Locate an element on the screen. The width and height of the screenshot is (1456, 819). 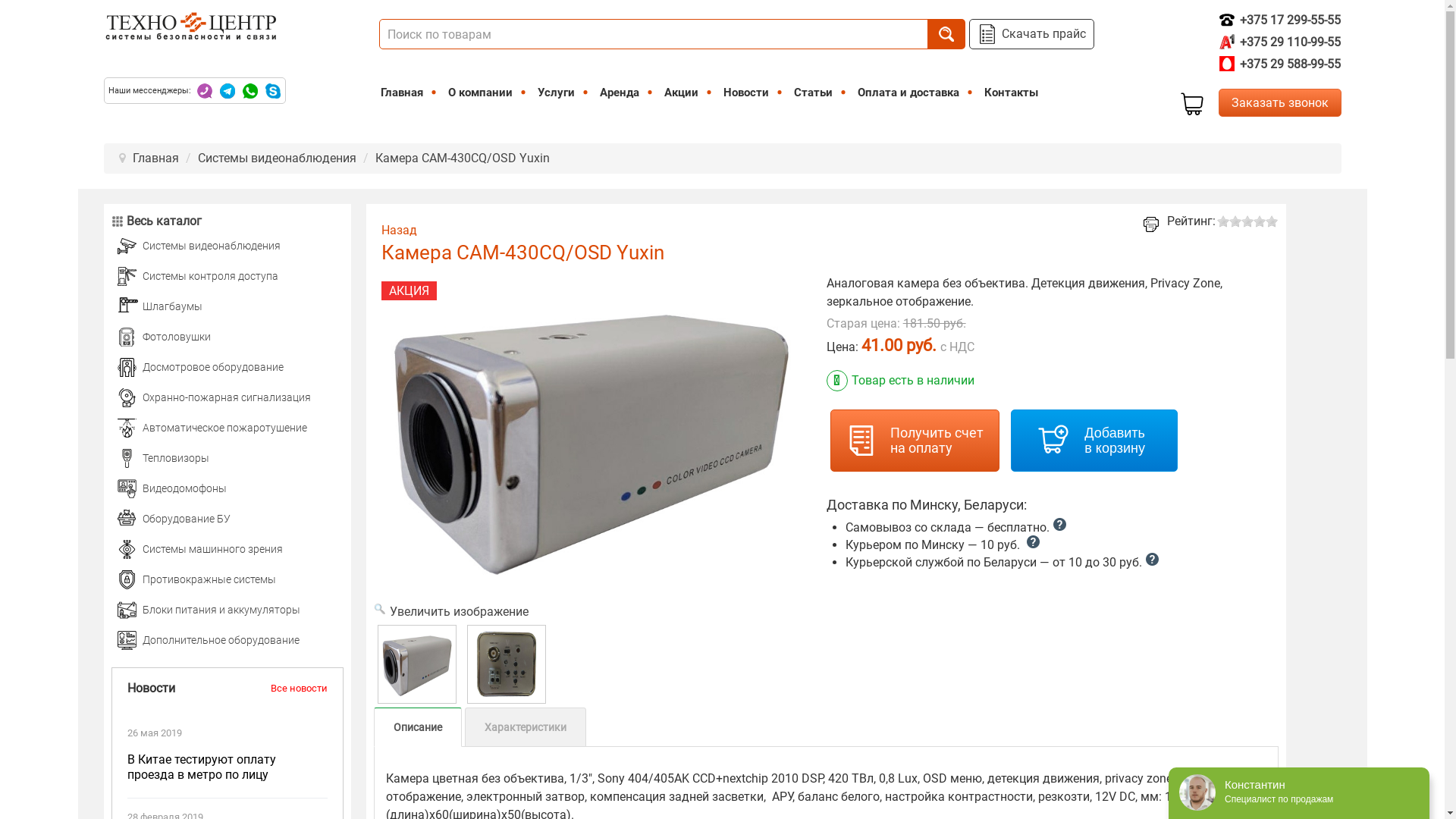
'+375 29 110-99-55' is located at coordinates (1279, 41).